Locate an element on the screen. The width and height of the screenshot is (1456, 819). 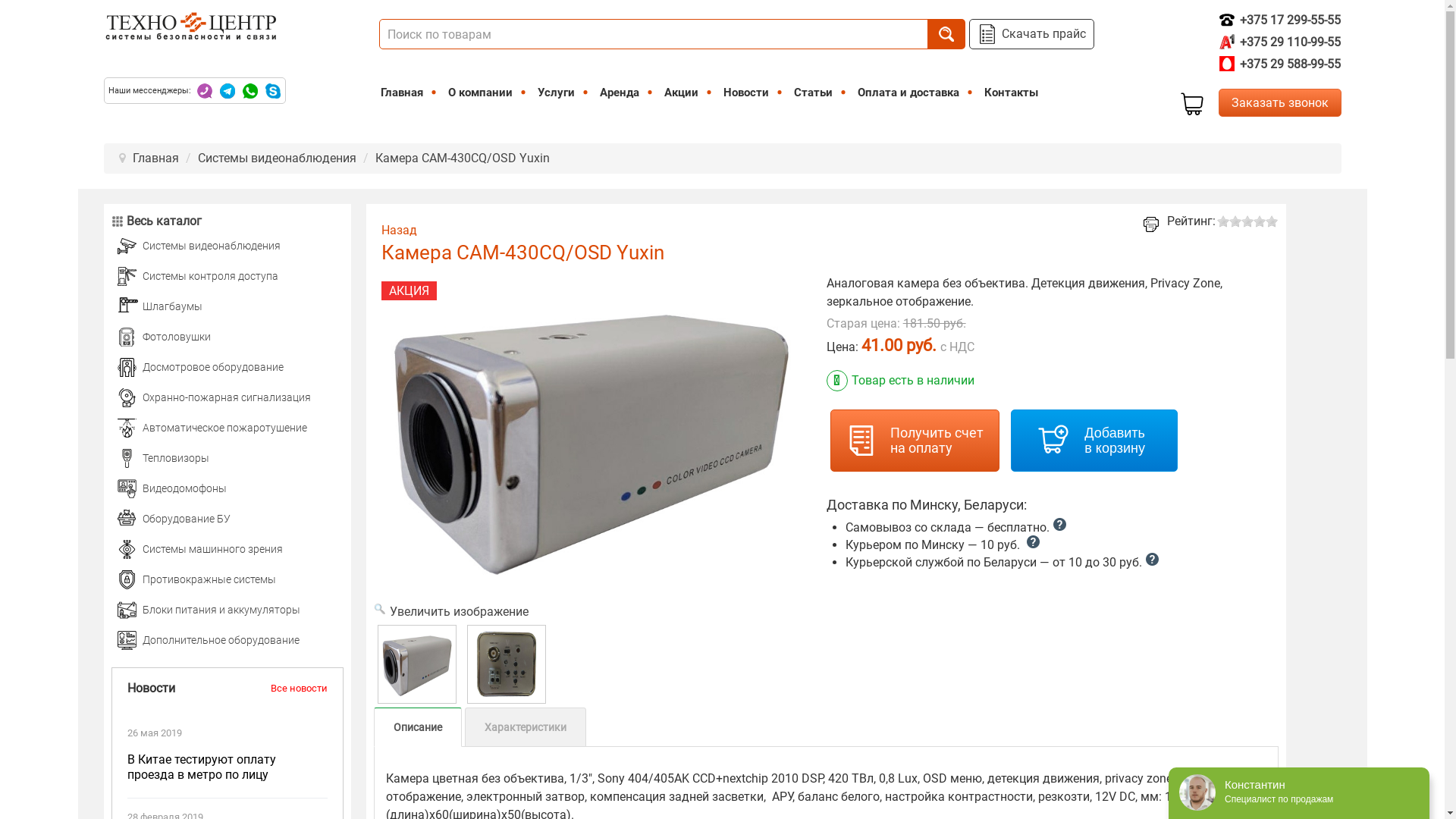
'+375 29 110-99-55' is located at coordinates (1279, 41).